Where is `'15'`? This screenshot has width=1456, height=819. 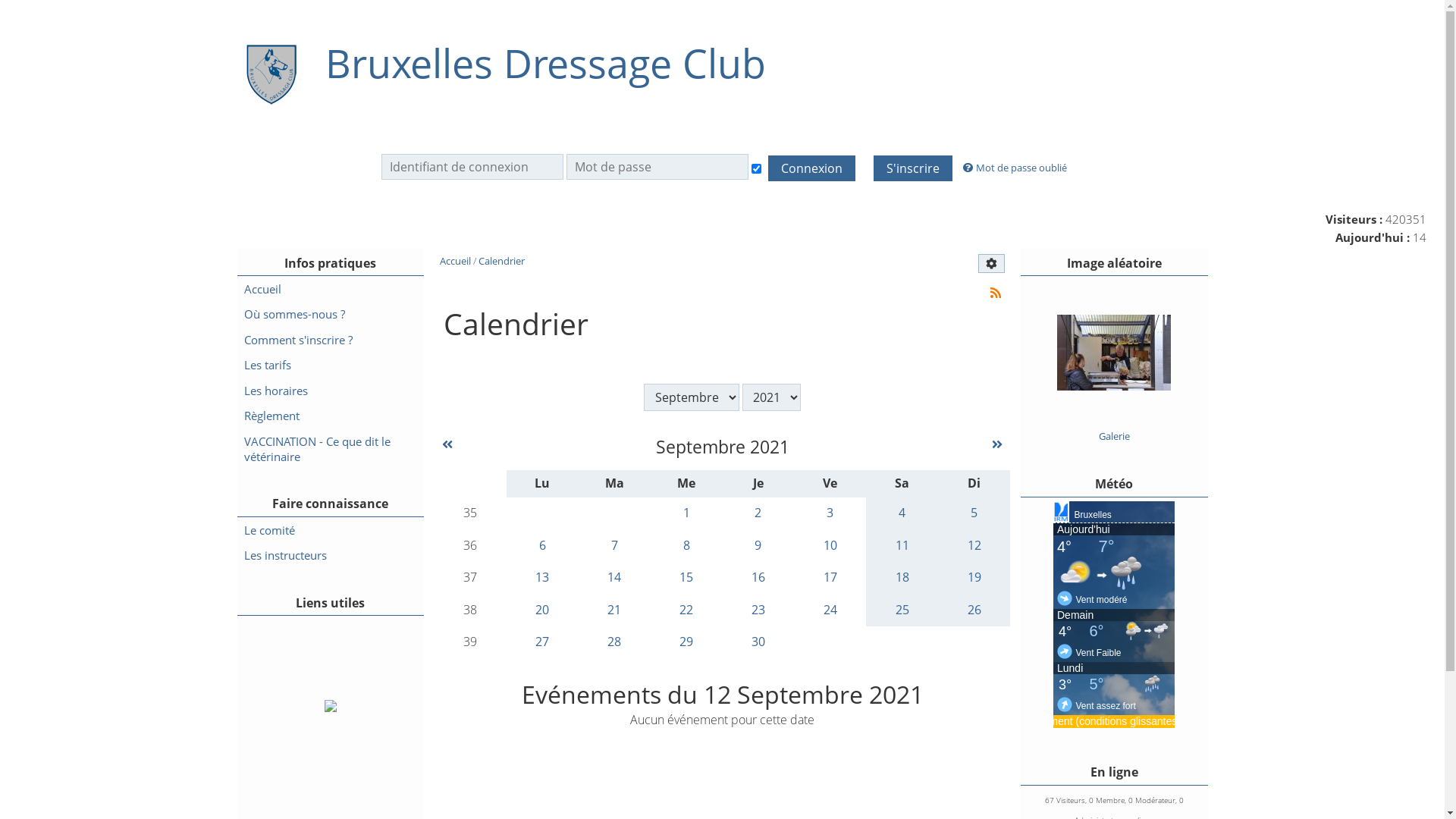 '15' is located at coordinates (686, 578).